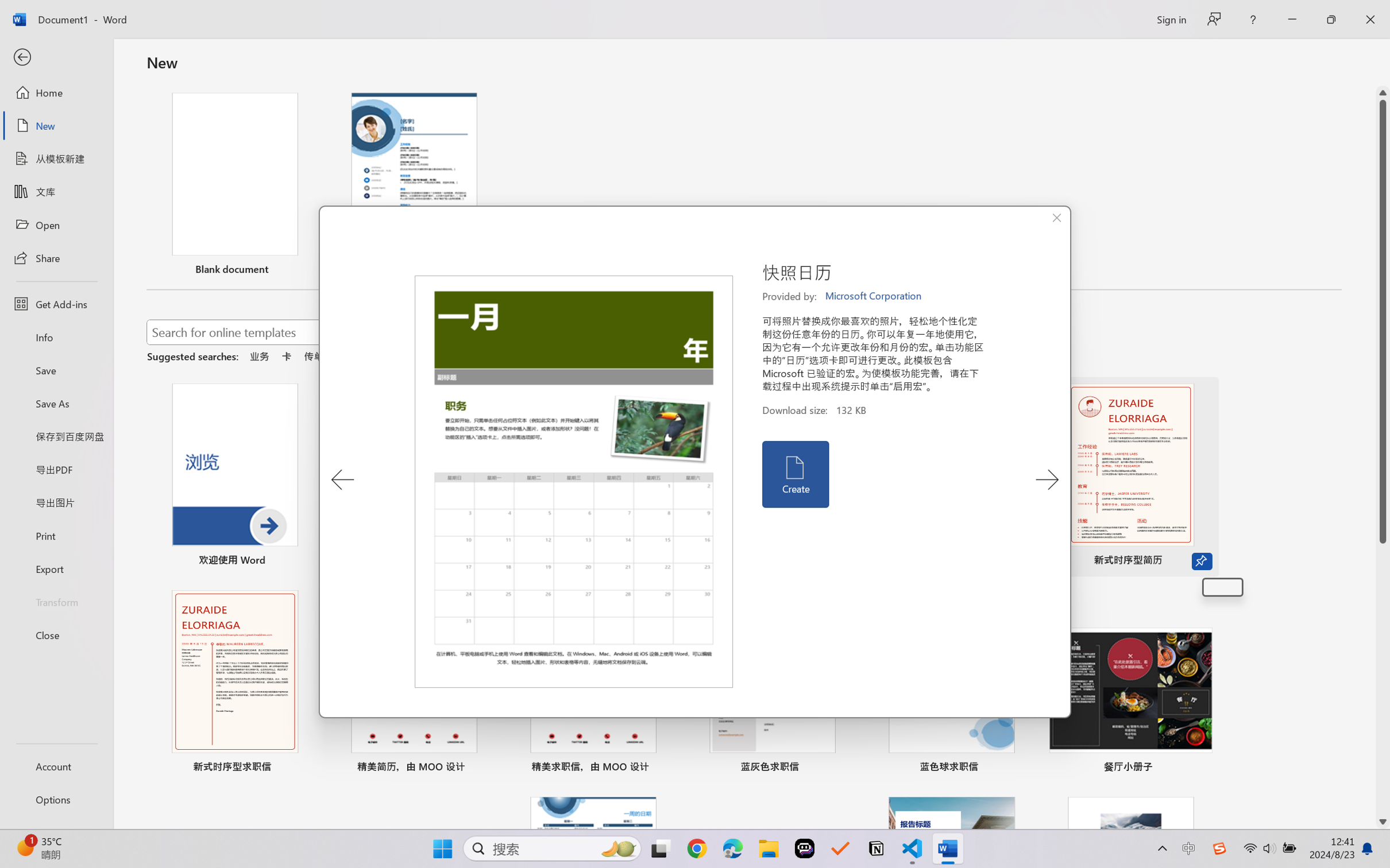  What do you see at coordinates (342, 479) in the screenshot?
I see `'Previous Template'` at bounding box center [342, 479].